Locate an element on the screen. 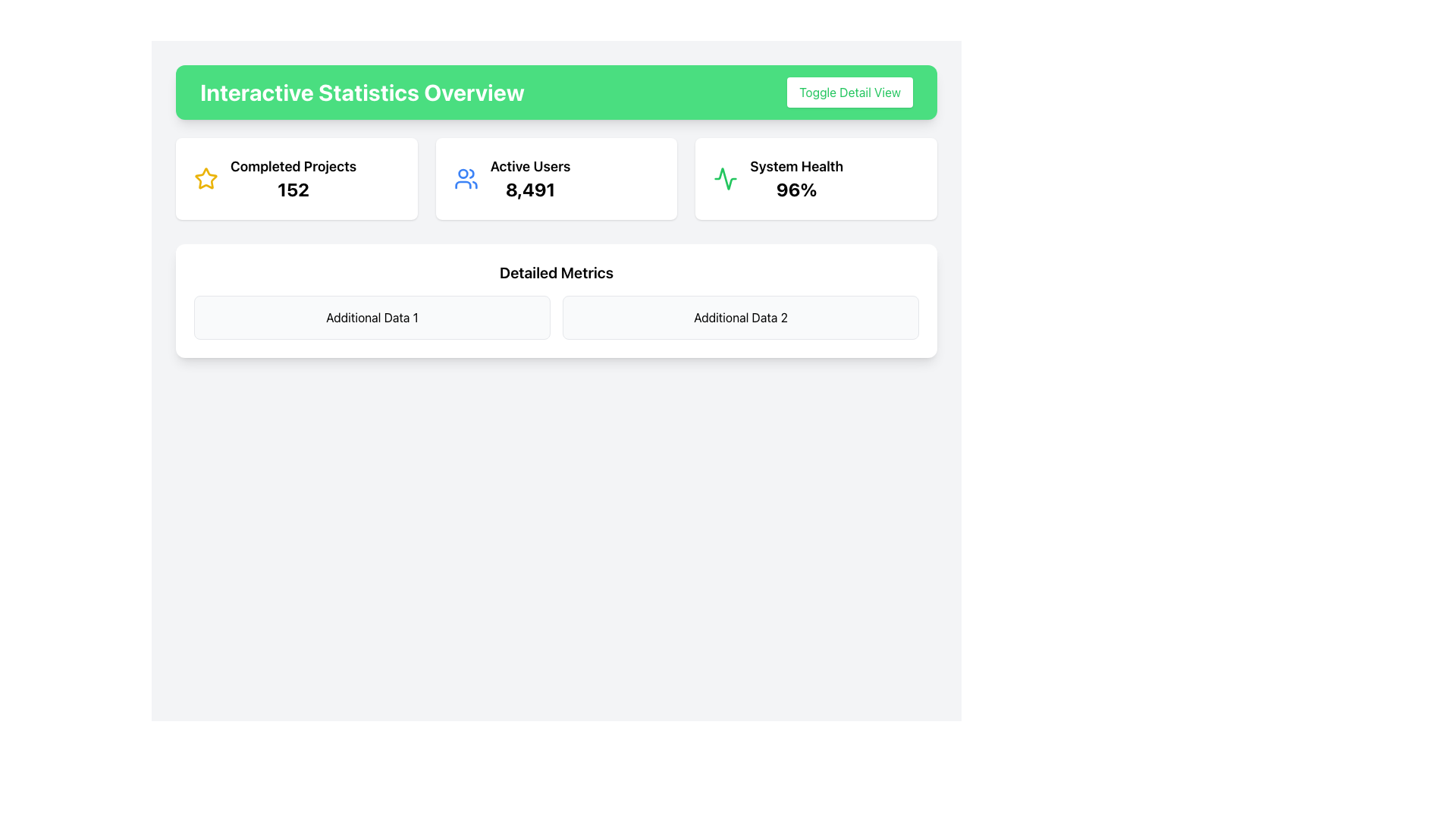 Image resolution: width=1456 pixels, height=819 pixels. the five-pointed yellow star icon located in the 'Completed Projects' card, positioned to the left of the text '152' is located at coordinates (206, 177).